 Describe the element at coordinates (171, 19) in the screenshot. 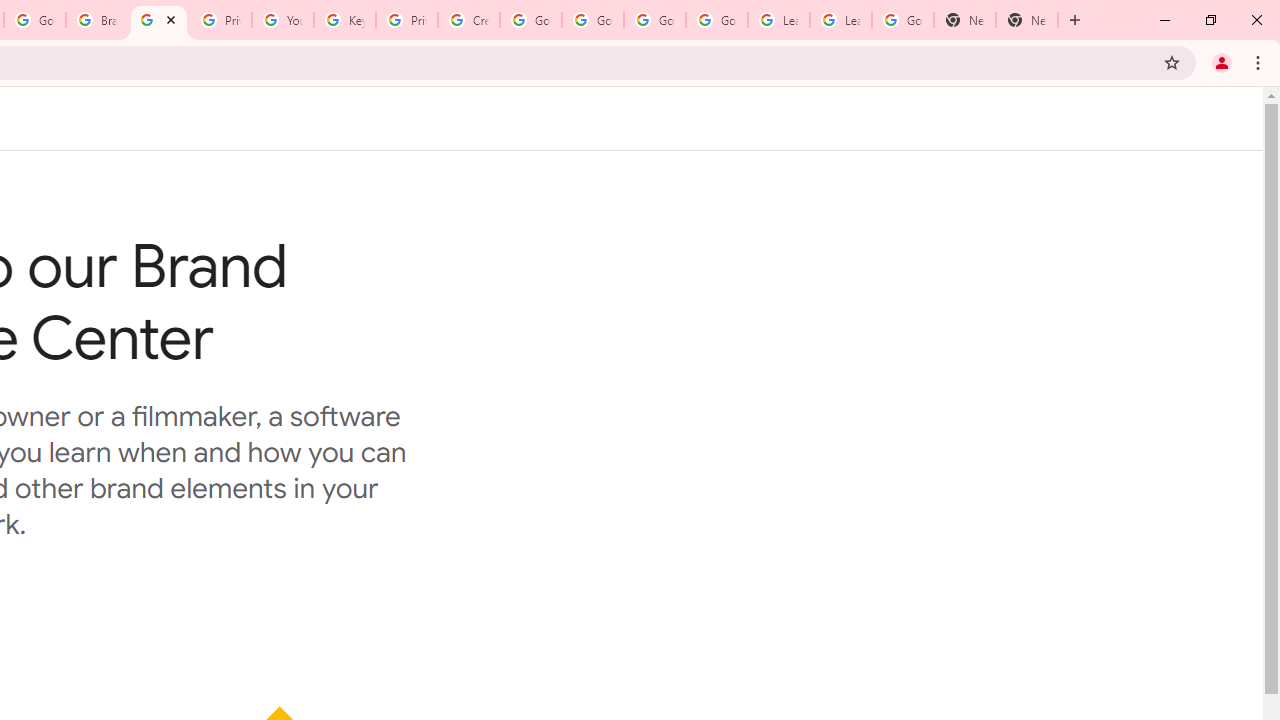

I see `'Close'` at that location.